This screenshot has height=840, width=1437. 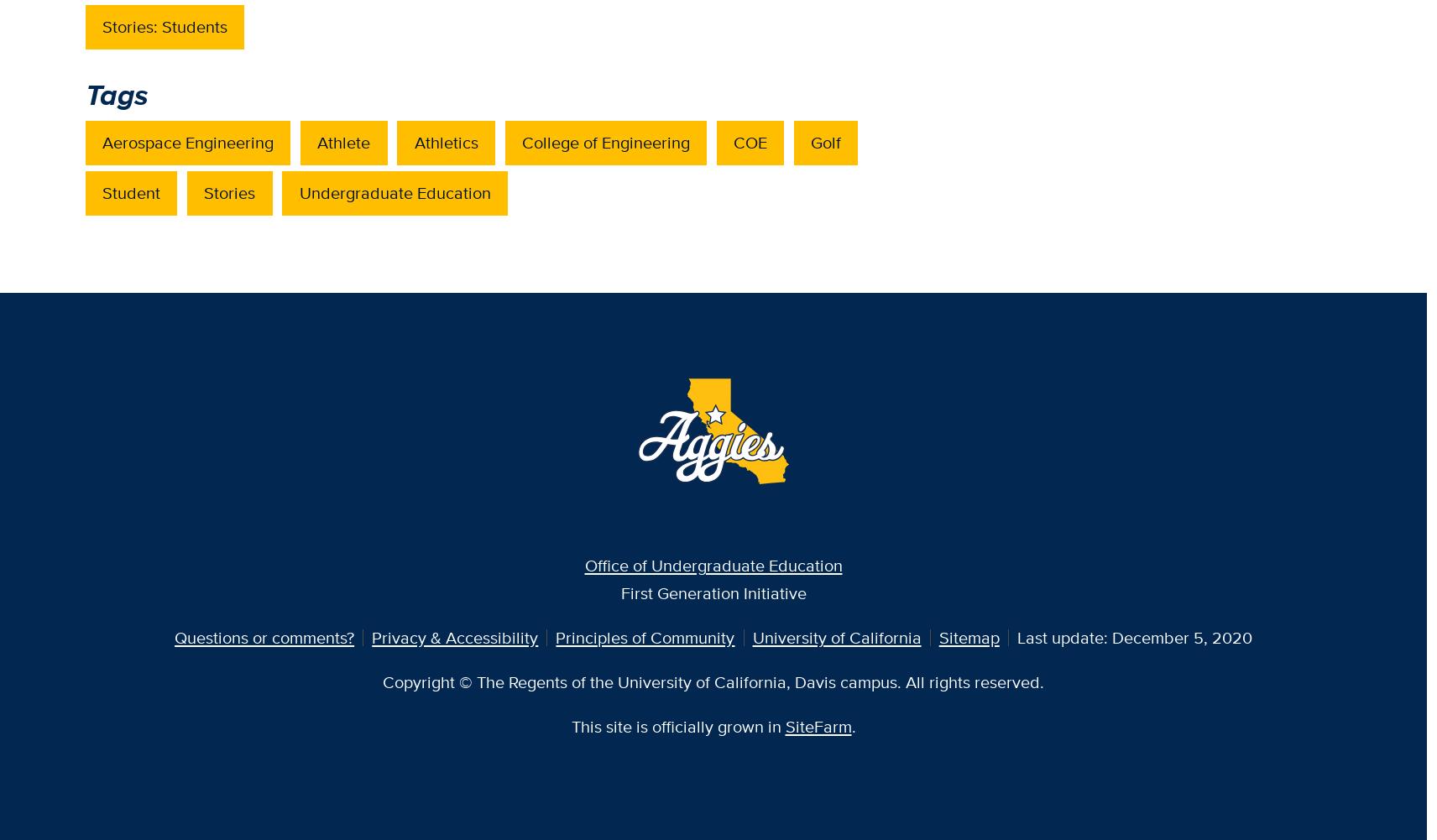 What do you see at coordinates (677, 726) in the screenshot?
I see `'This site is officially grown in'` at bounding box center [677, 726].